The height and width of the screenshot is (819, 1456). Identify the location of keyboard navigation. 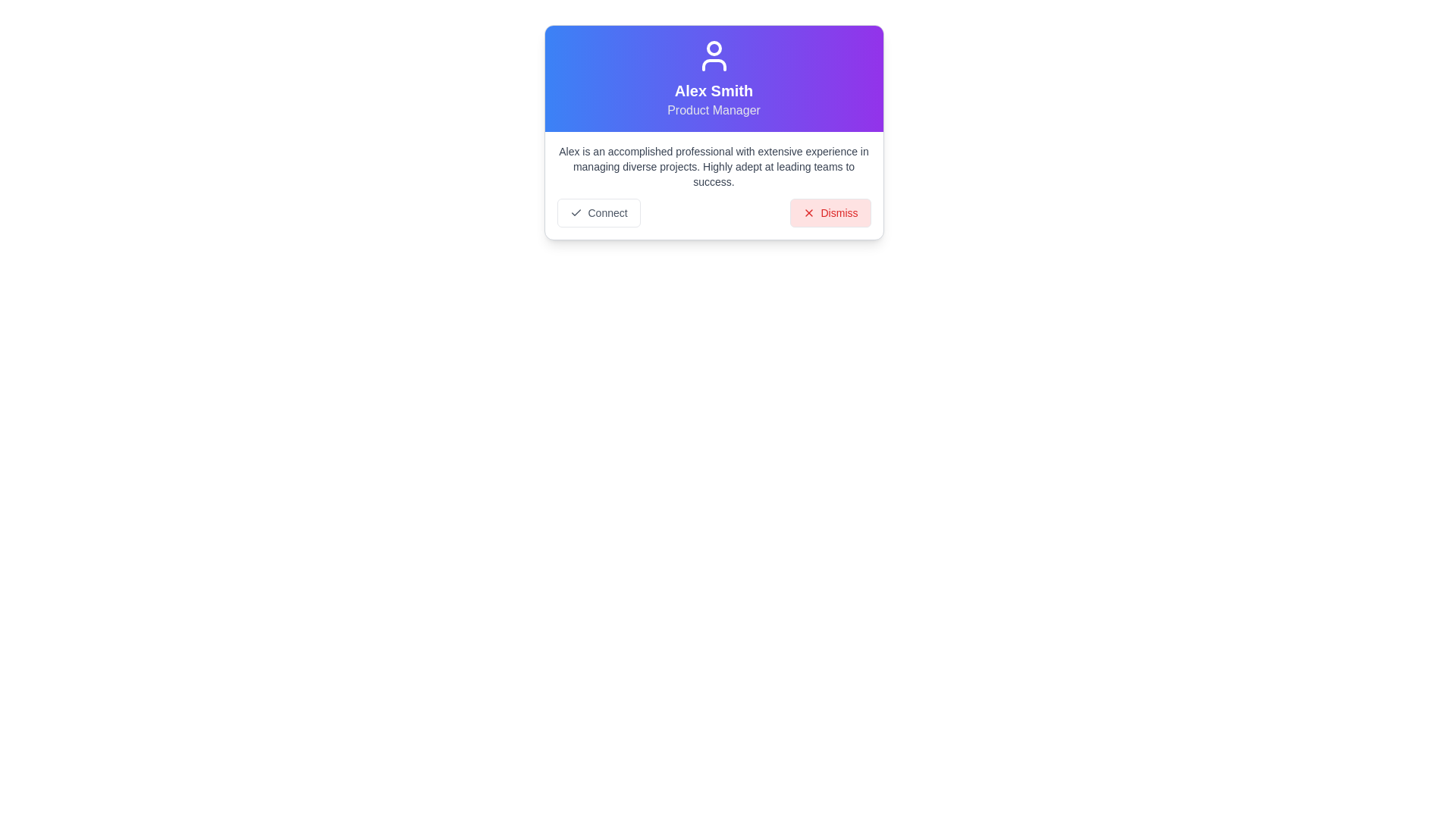
(829, 213).